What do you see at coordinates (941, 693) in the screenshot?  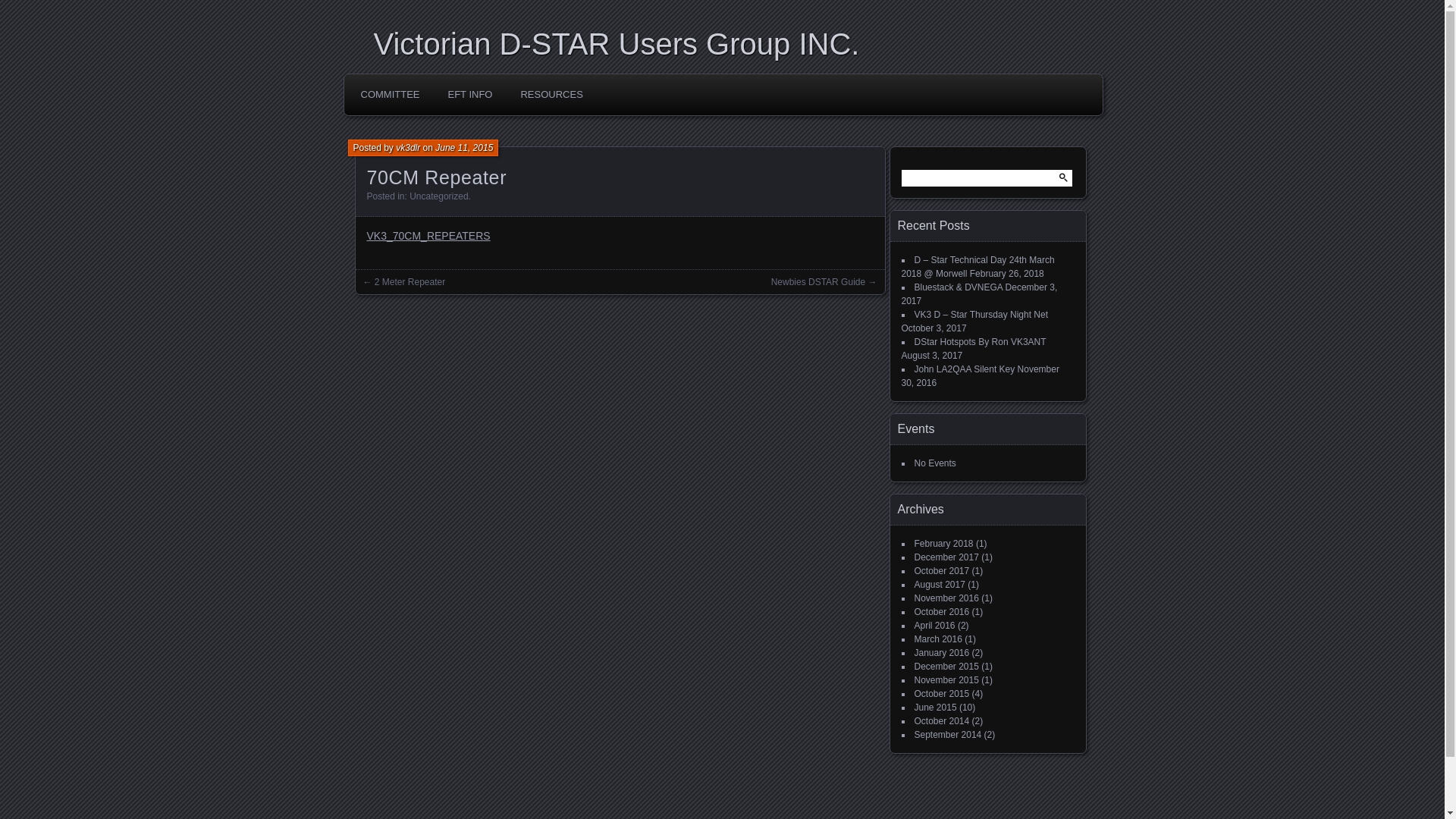 I see `'October 2015'` at bounding box center [941, 693].